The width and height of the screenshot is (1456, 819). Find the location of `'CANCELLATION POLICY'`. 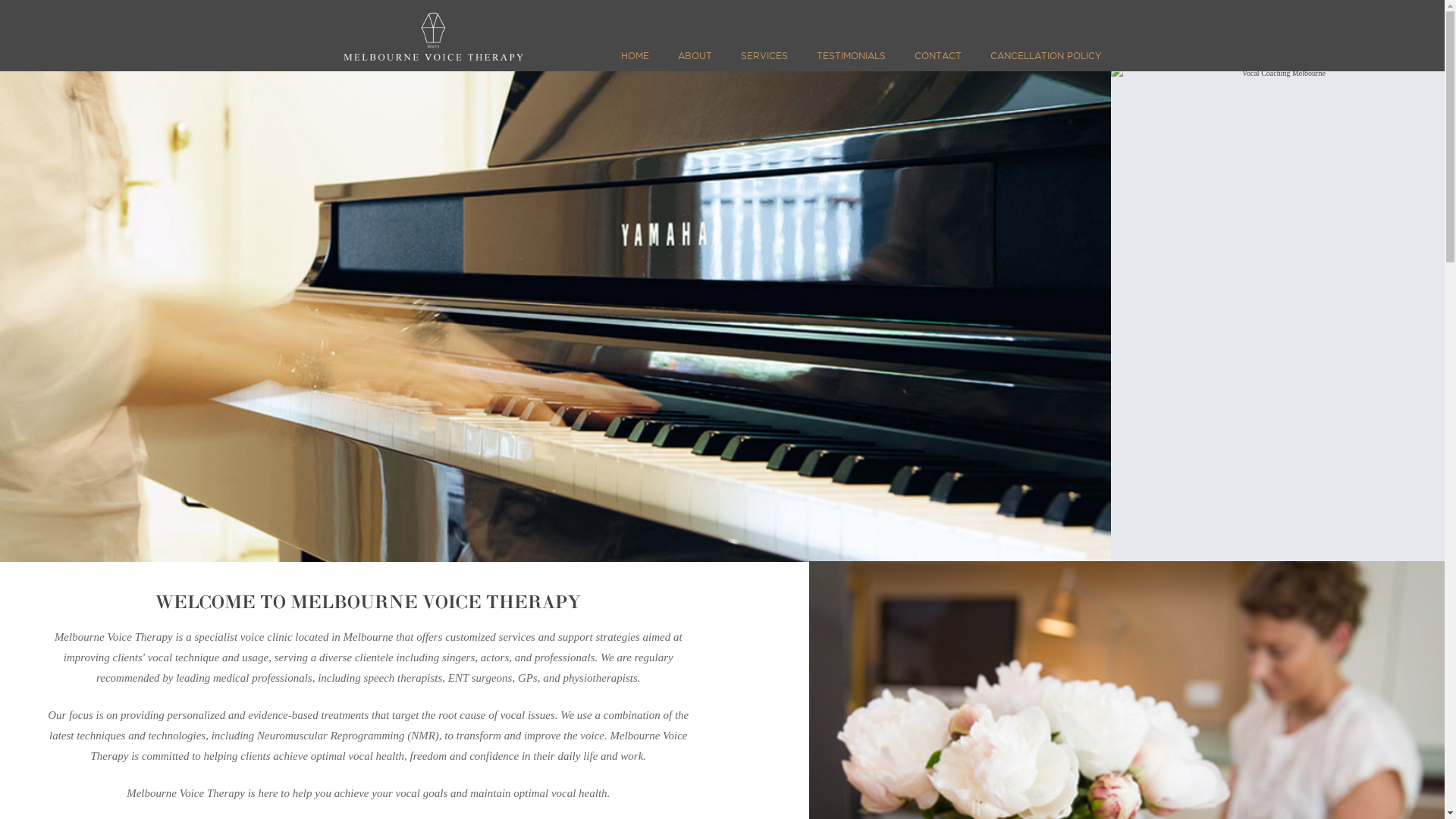

'CANCELLATION POLICY' is located at coordinates (1041, 61).